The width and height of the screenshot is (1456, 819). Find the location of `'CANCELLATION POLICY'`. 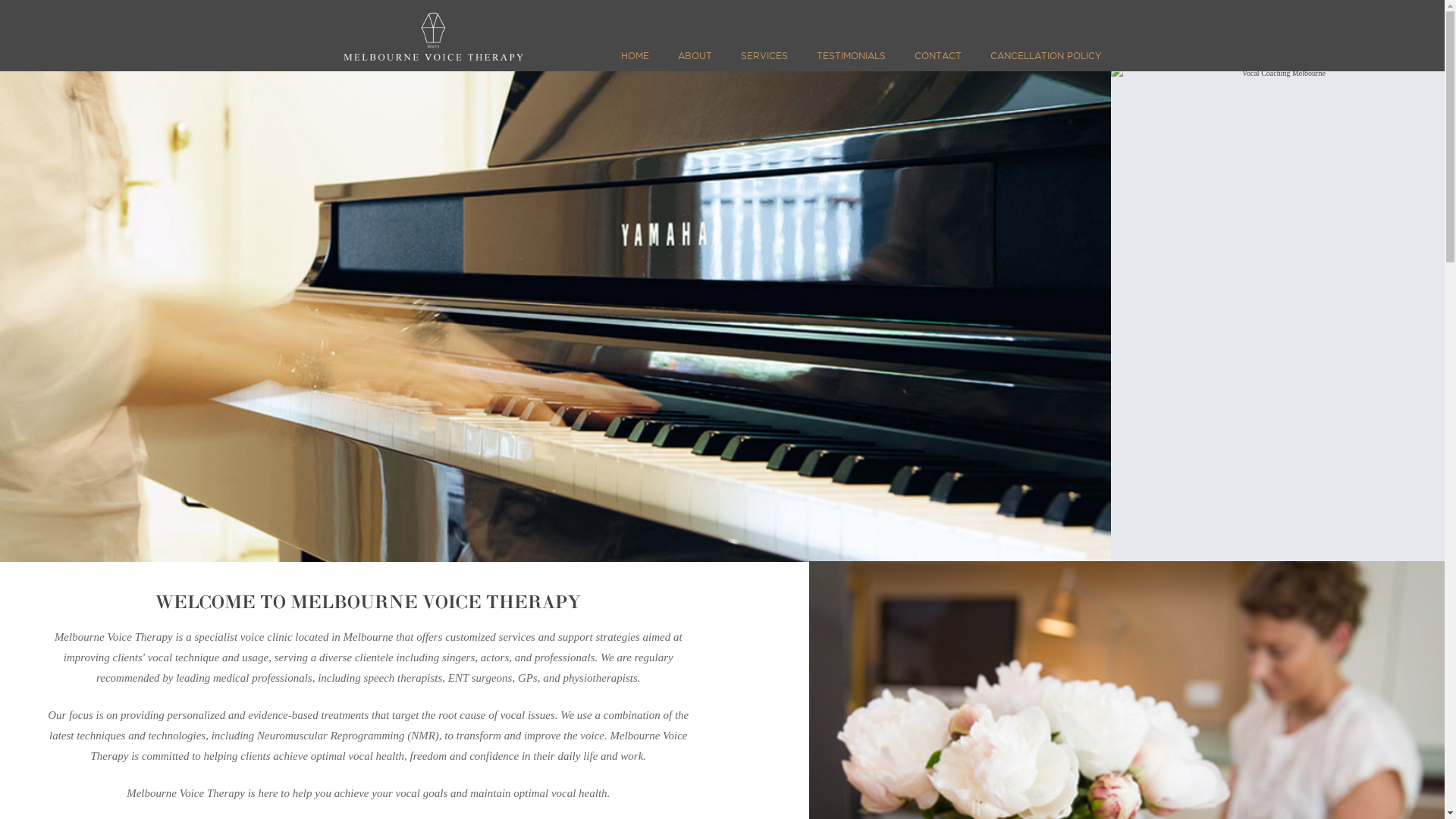

'CANCELLATION POLICY' is located at coordinates (1041, 61).